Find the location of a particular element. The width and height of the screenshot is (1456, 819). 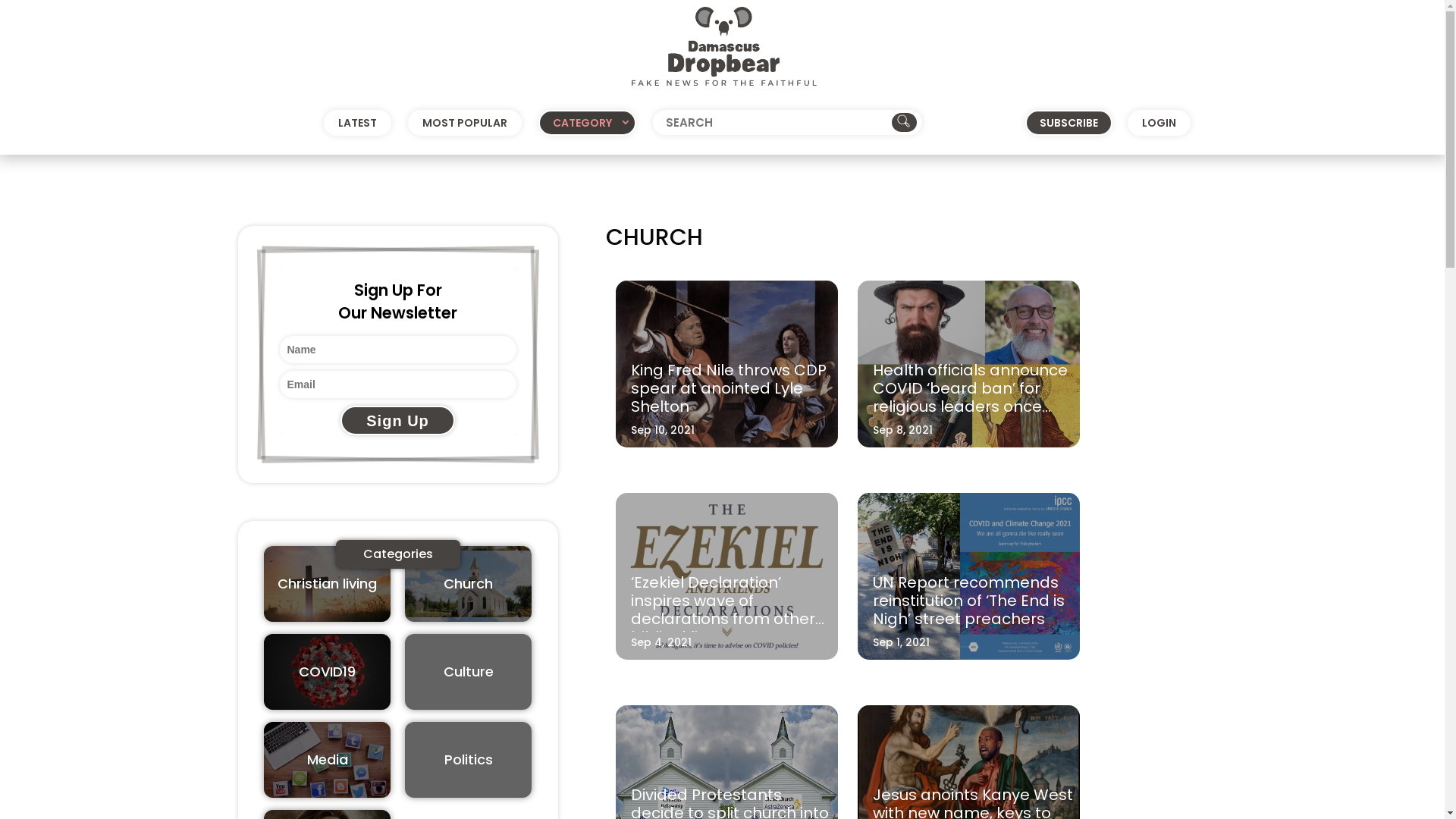

'SUBSCRIBE' is located at coordinates (1068, 122).